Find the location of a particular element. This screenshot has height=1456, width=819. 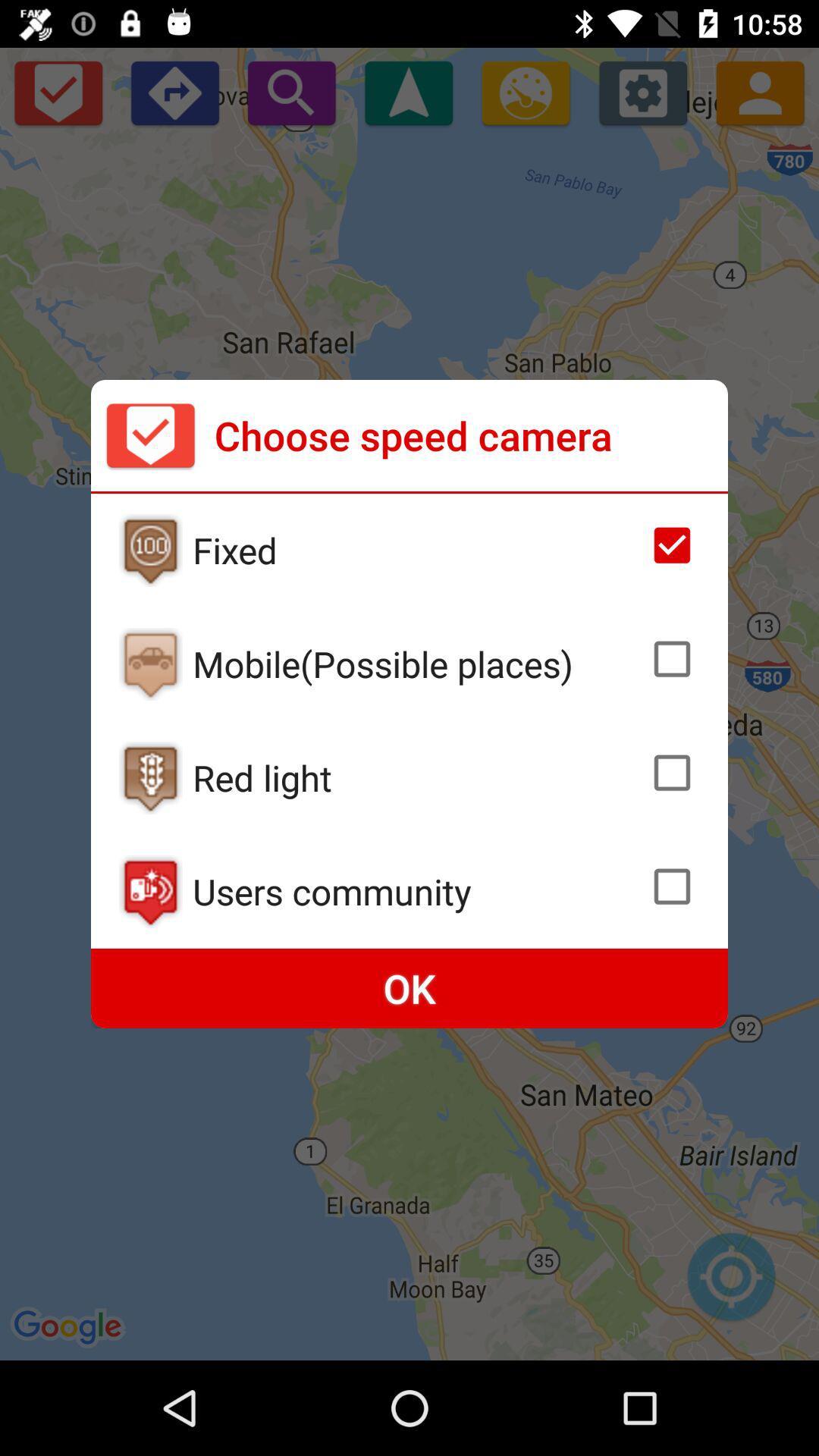

the fixed item is located at coordinates (416, 549).